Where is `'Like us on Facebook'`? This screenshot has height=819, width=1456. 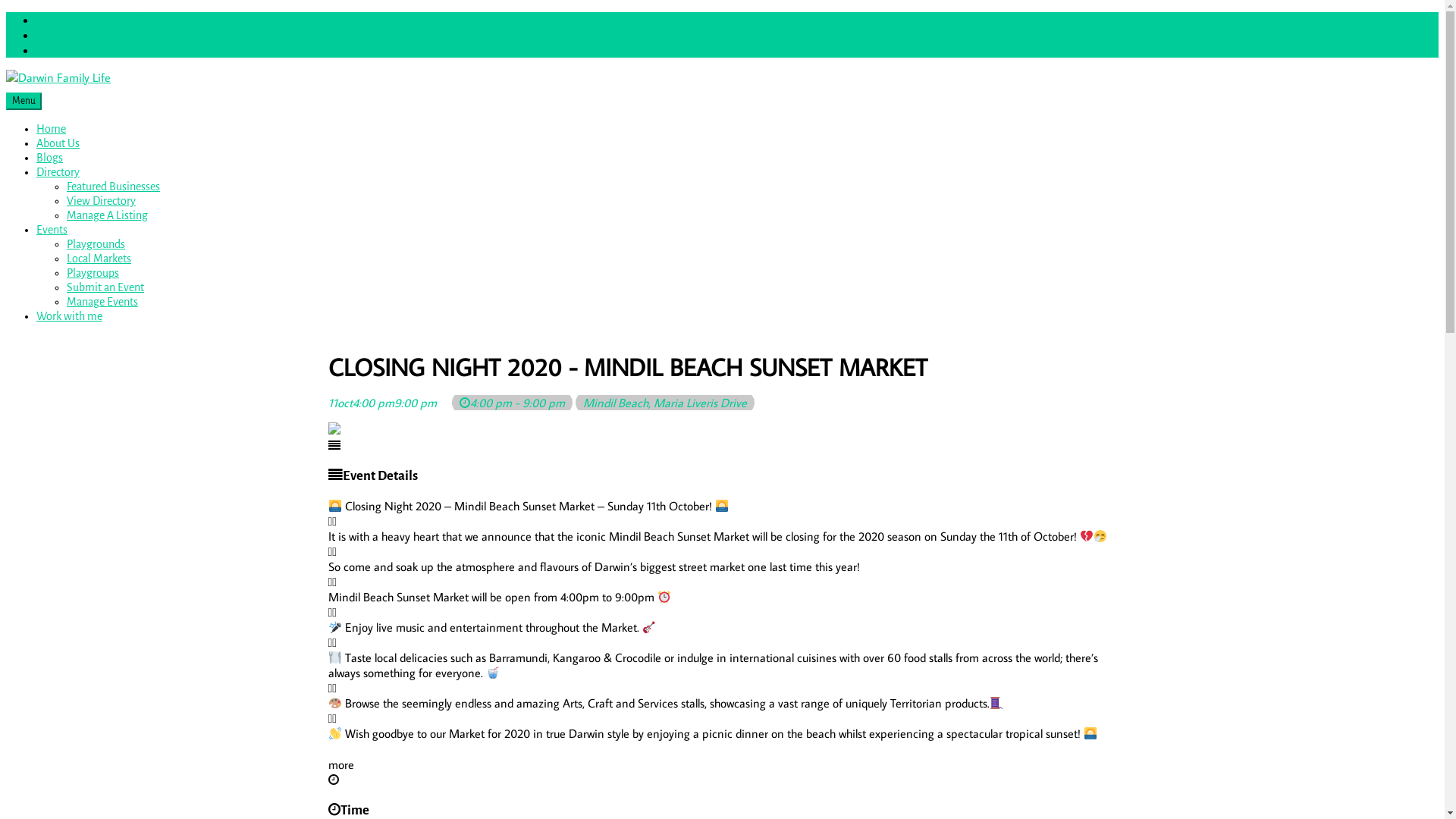
'Like us on Facebook' is located at coordinates (85, 34).